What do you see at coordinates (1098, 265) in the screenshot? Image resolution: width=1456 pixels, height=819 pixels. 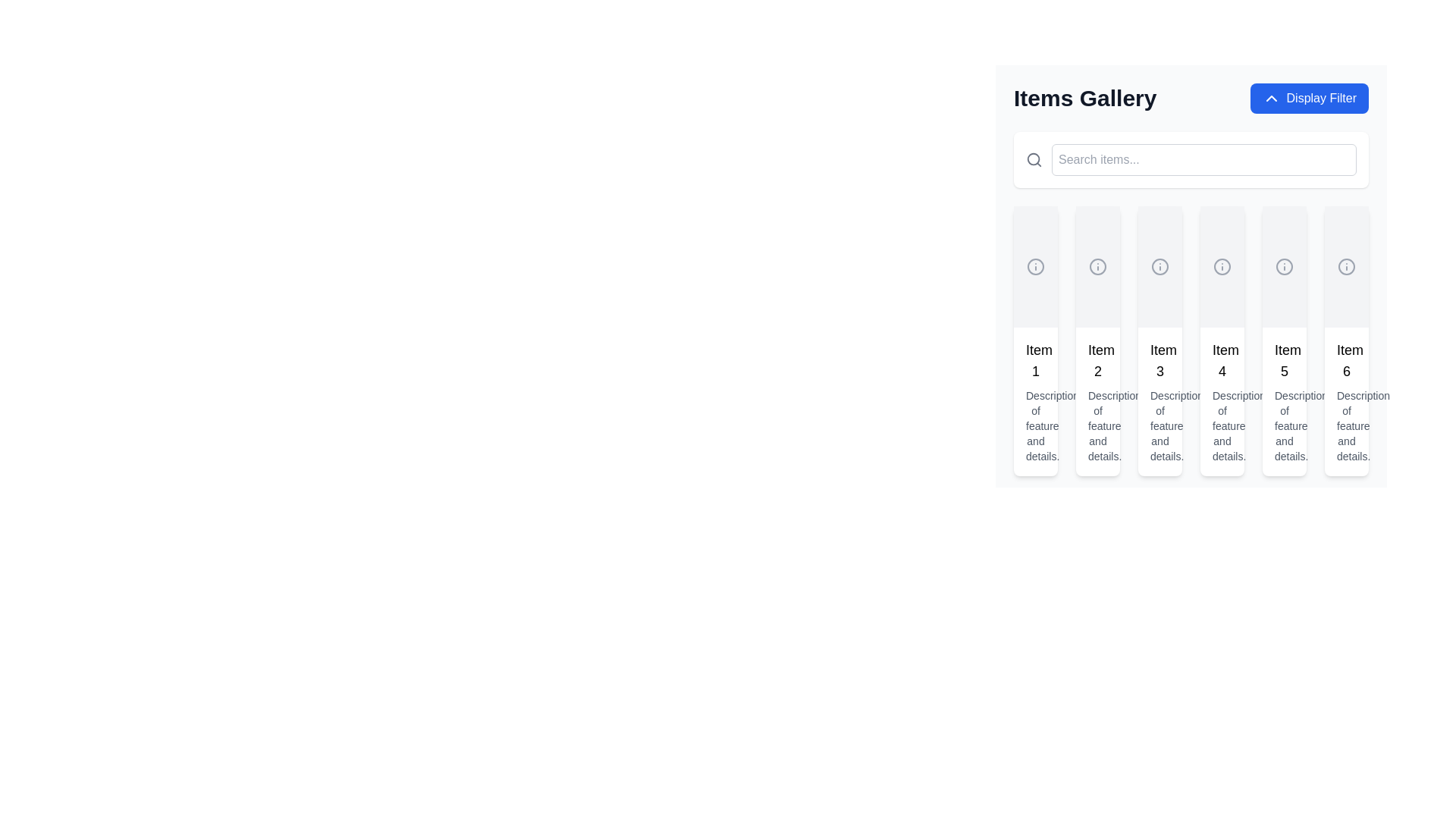 I see `the central SVG Circle element of the informational icon related to 'Item 2', located in the second column below the header and search bar area` at bounding box center [1098, 265].